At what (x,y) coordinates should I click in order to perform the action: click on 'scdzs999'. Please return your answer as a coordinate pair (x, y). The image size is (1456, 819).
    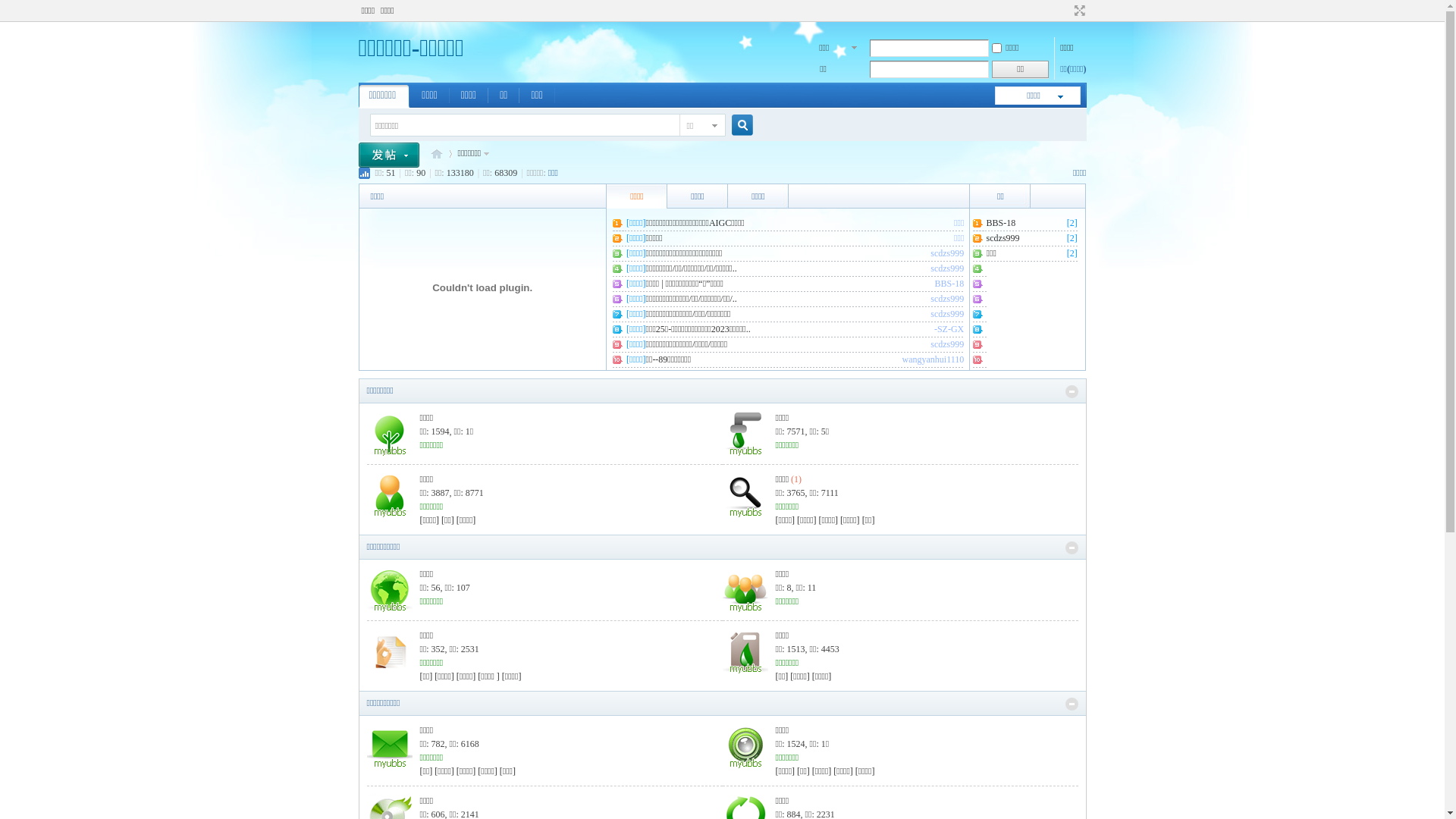
    Looking at the image, I should click on (946, 268).